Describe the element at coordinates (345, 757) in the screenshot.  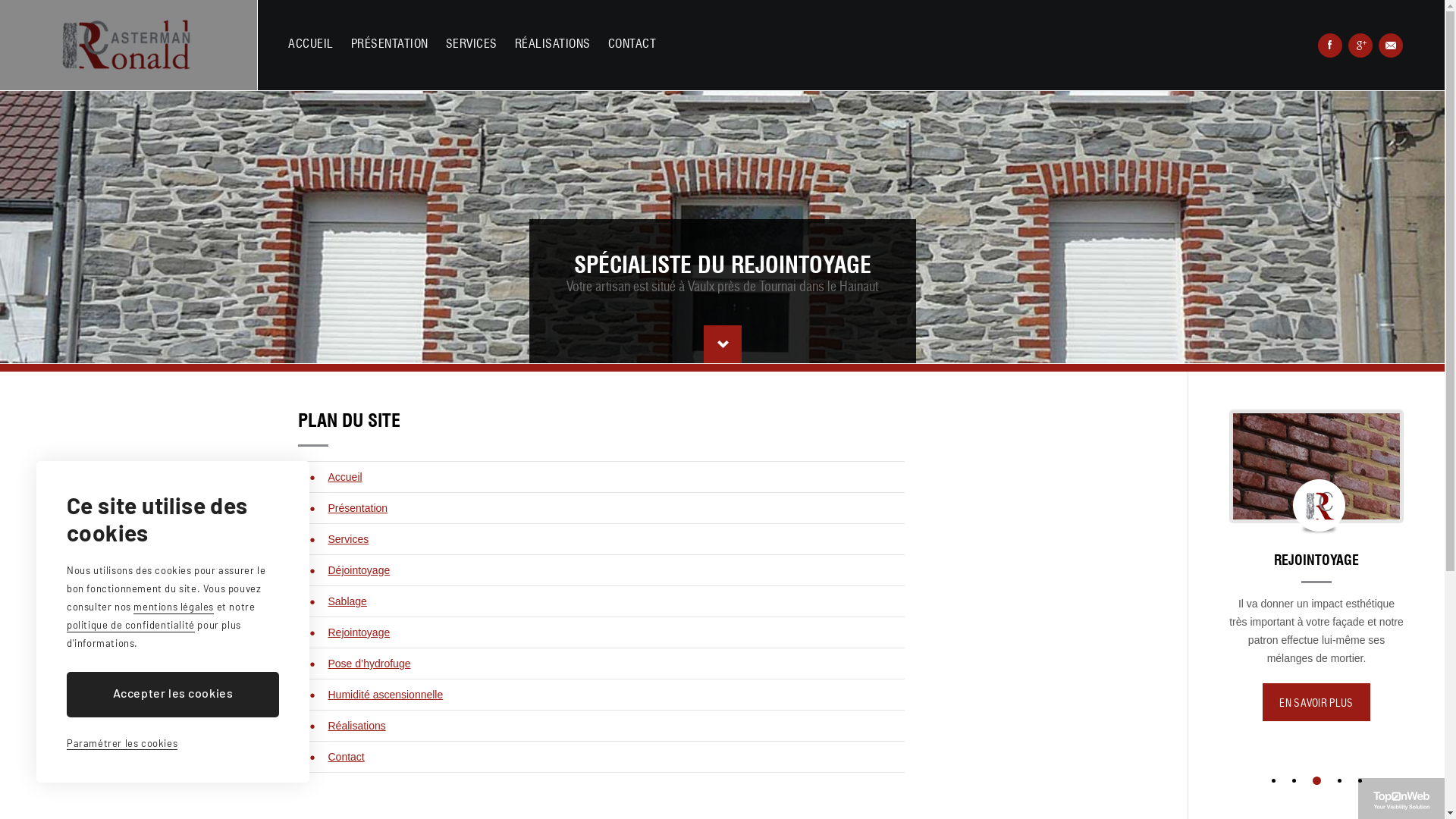
I see `'Contact'` at that location.